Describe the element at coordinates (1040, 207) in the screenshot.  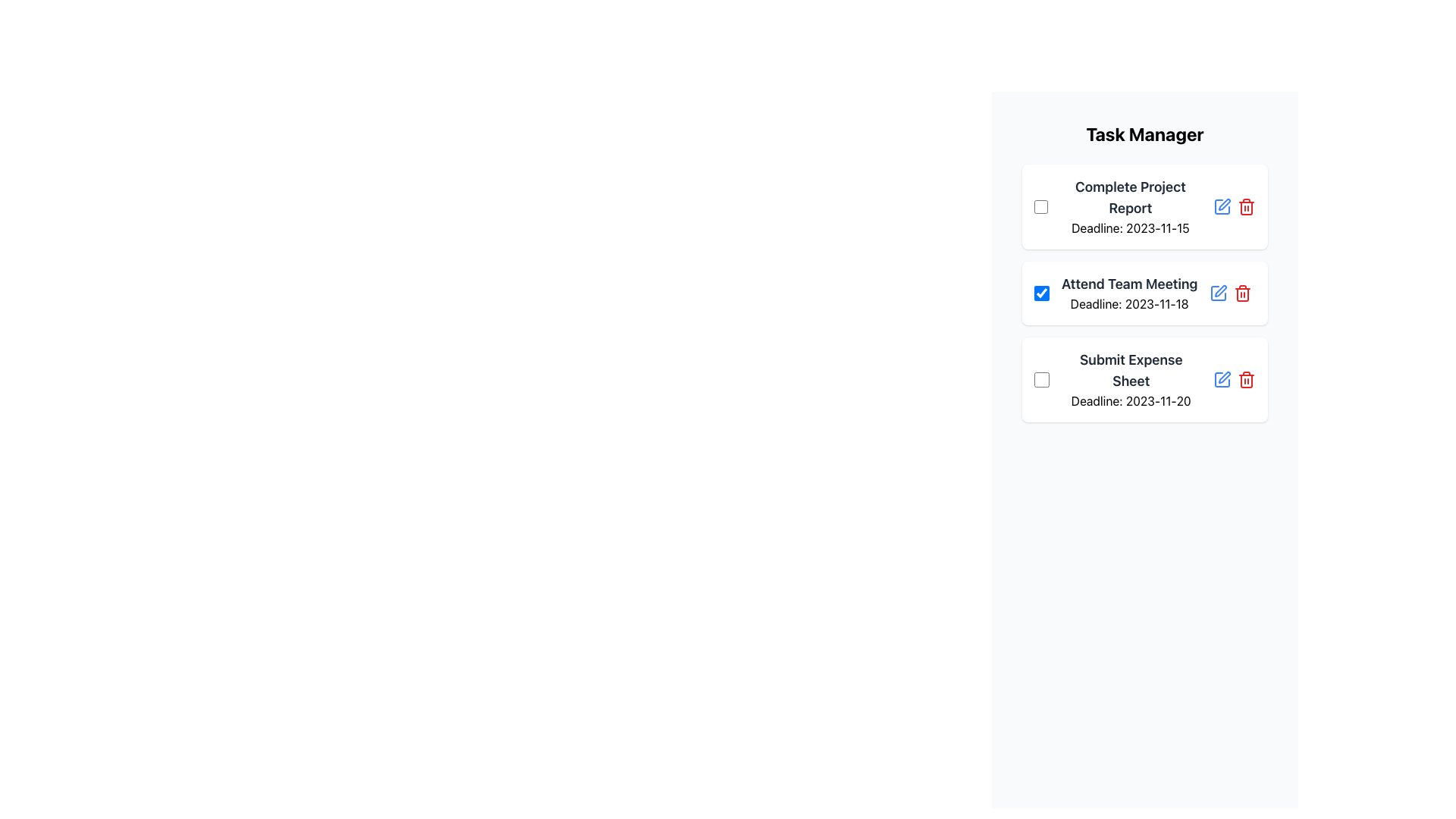
I see `the checkbox associated with the task 'Complete Project Report' for keyboard navigation by moving to its center position` at that location.